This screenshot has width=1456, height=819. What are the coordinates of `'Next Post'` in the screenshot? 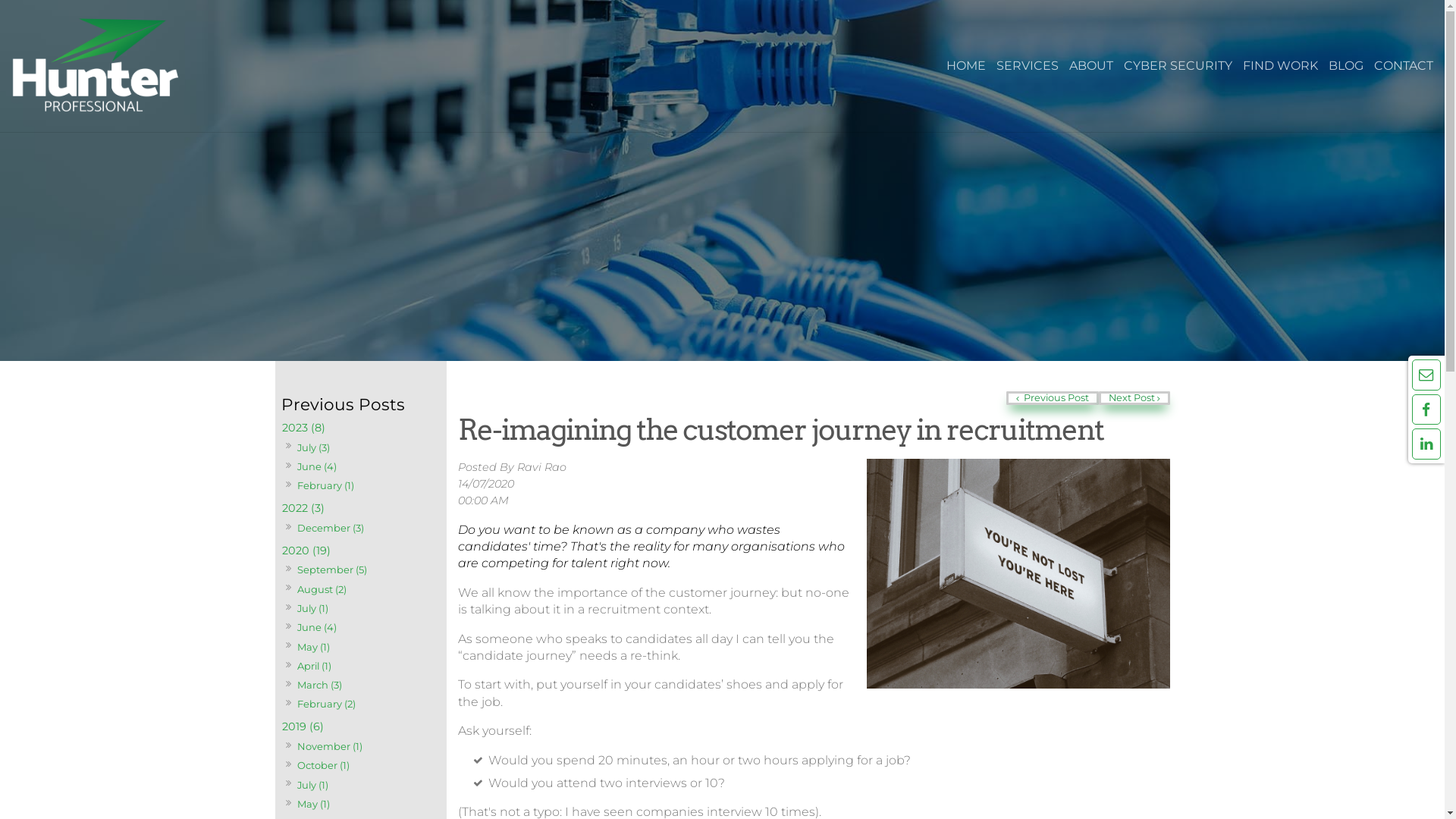 It's located at (1134, 397).